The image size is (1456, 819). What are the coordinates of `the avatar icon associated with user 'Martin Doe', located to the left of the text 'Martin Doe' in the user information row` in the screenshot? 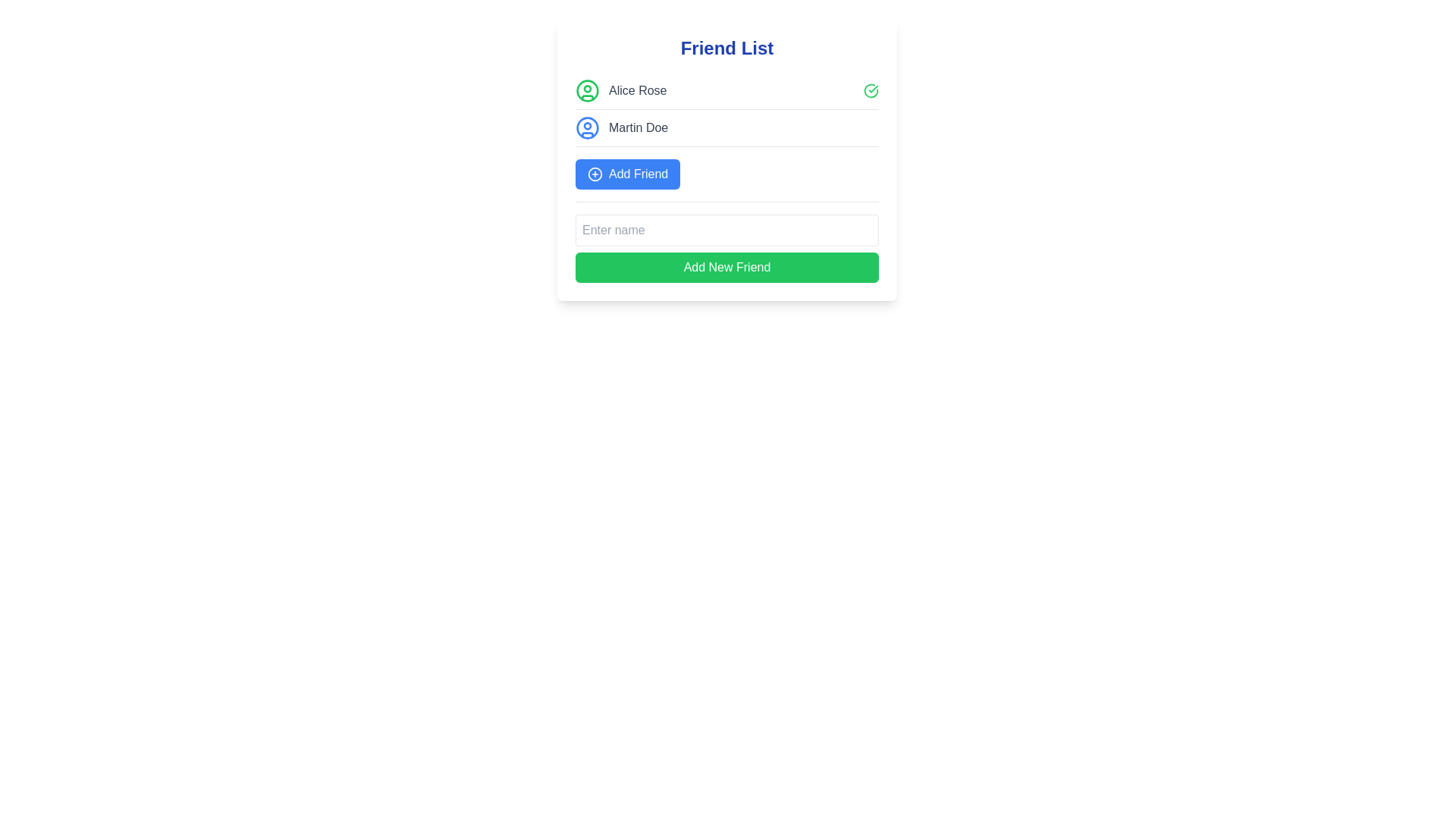 It's located at (586, 127).